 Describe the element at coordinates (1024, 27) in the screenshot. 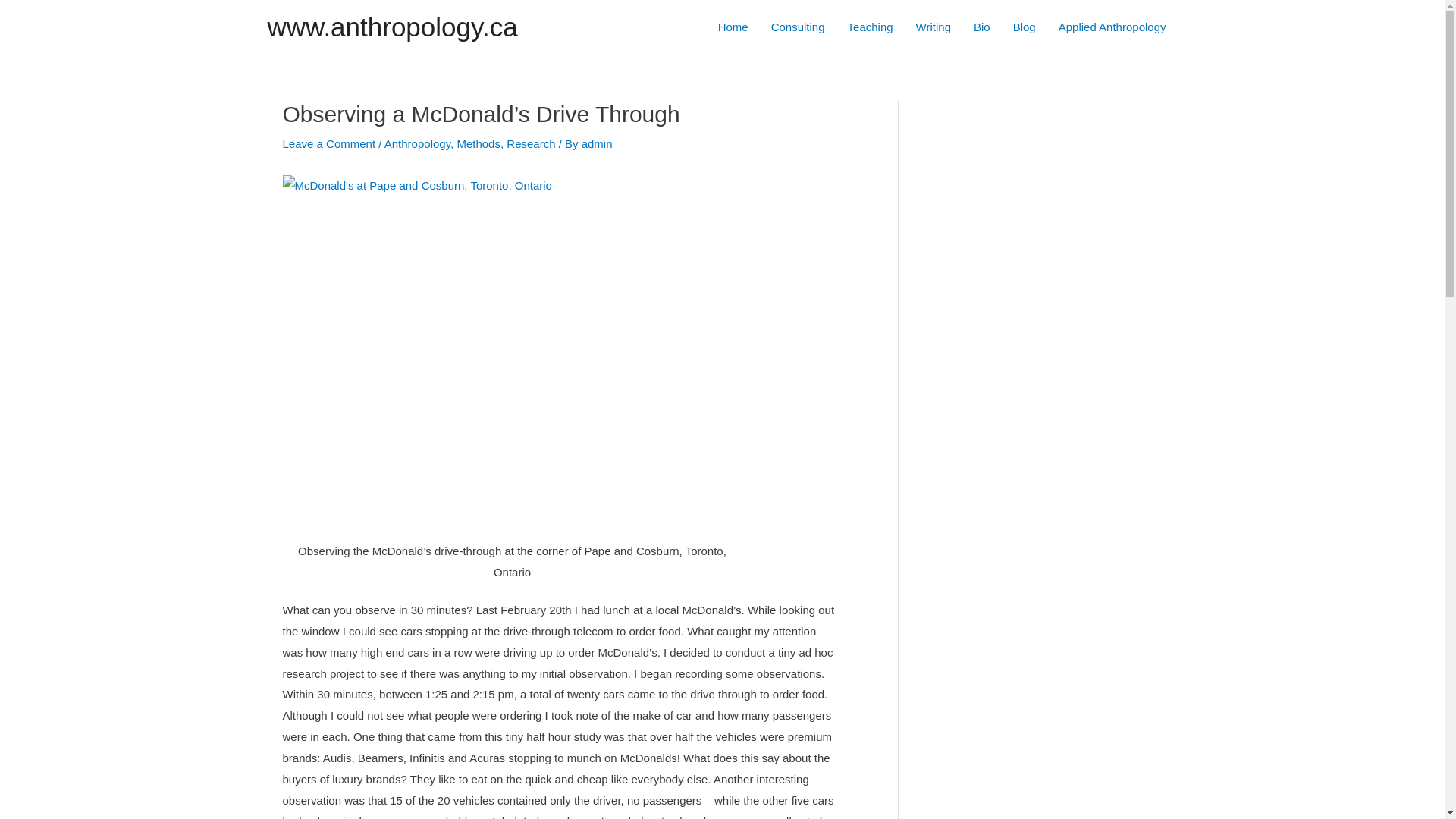

I see `'Blog'` at that location.